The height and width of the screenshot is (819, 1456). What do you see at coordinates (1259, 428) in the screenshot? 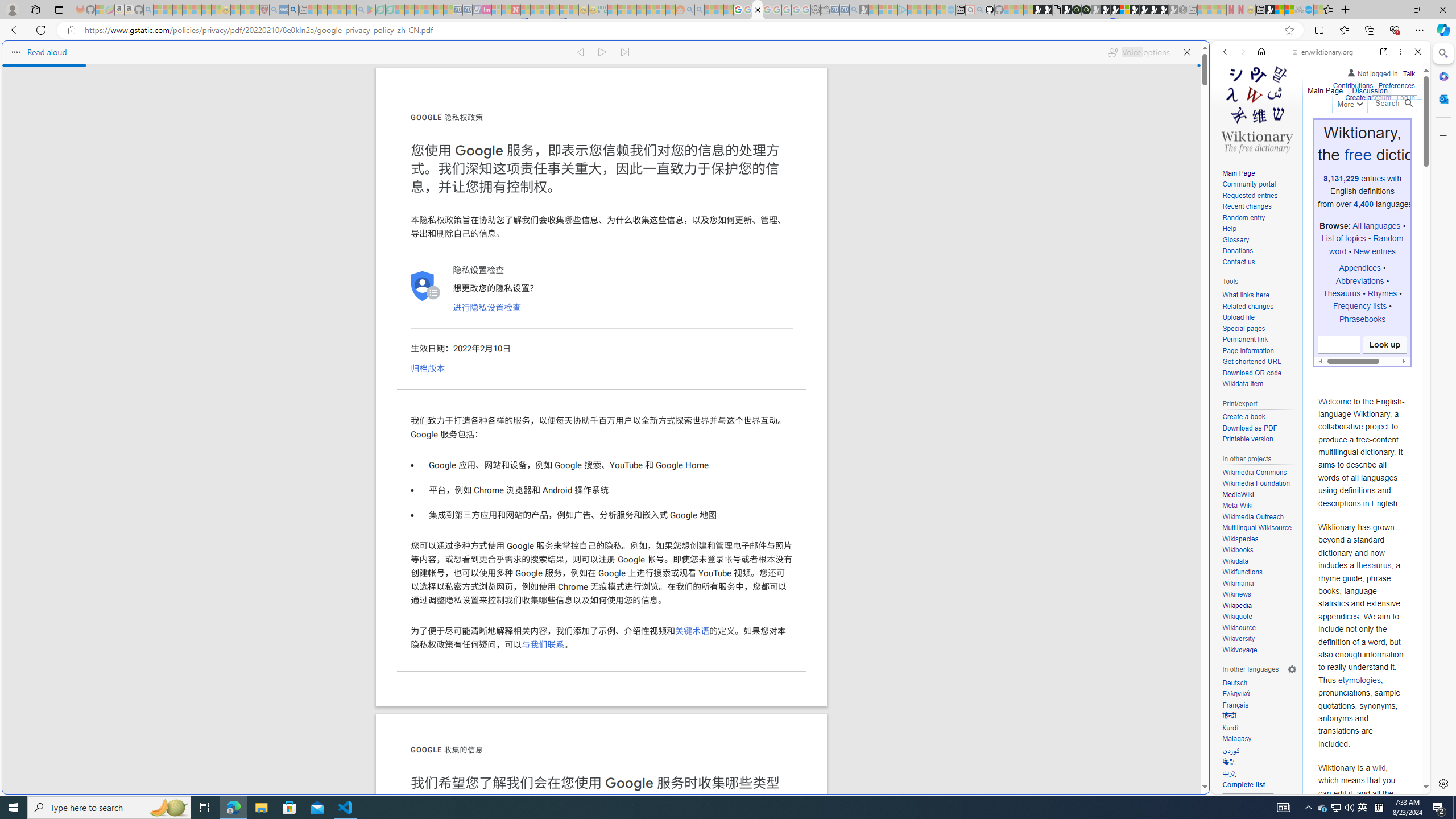
I see `'Download as PDF'` at bounding box center [1259, 428].